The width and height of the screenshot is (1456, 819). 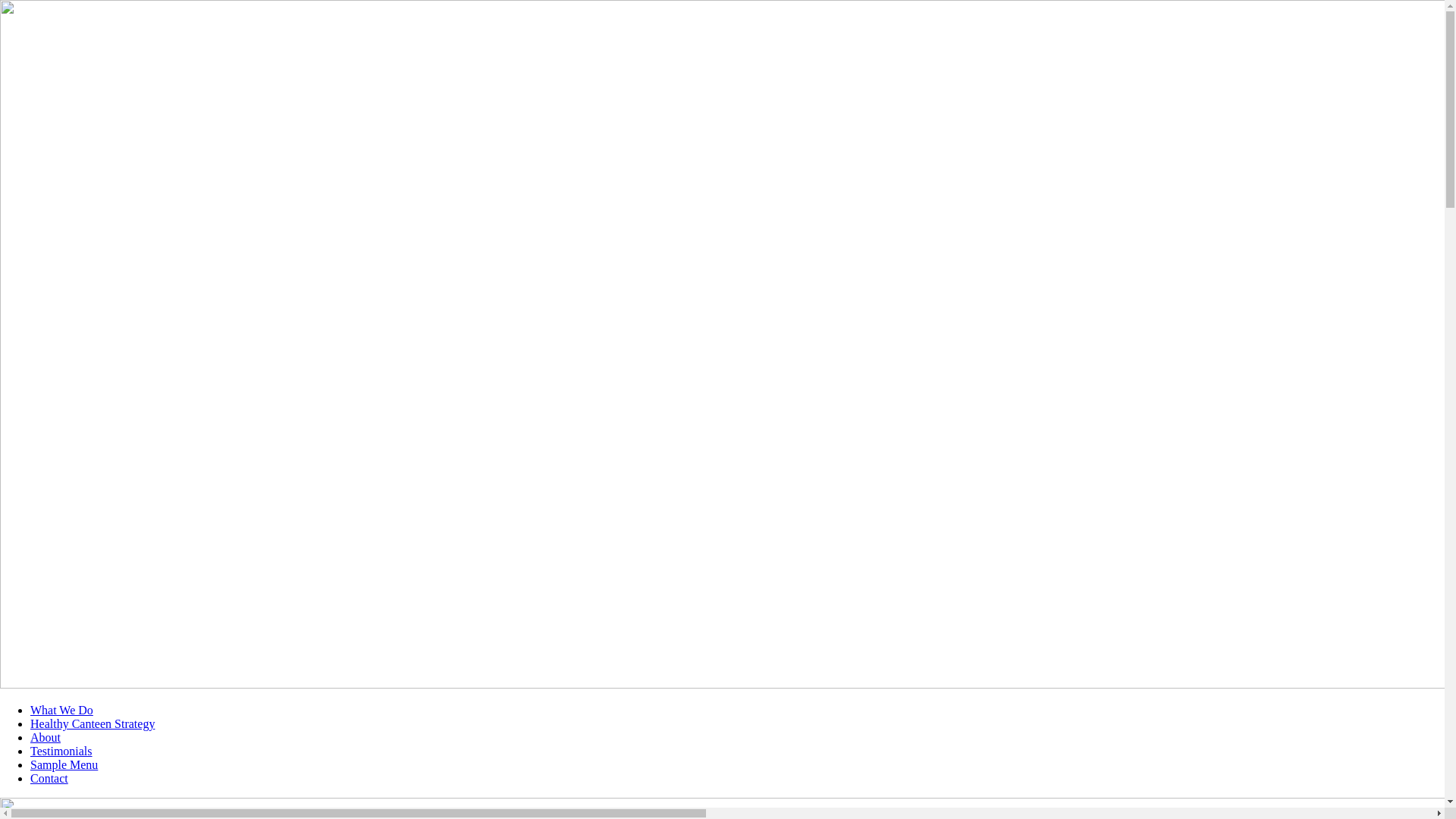 What do you see at coordinates (91, 723) in the screenshot?
I see `'Healthy Canteen Strategy'` at bounding box center [91, 723].